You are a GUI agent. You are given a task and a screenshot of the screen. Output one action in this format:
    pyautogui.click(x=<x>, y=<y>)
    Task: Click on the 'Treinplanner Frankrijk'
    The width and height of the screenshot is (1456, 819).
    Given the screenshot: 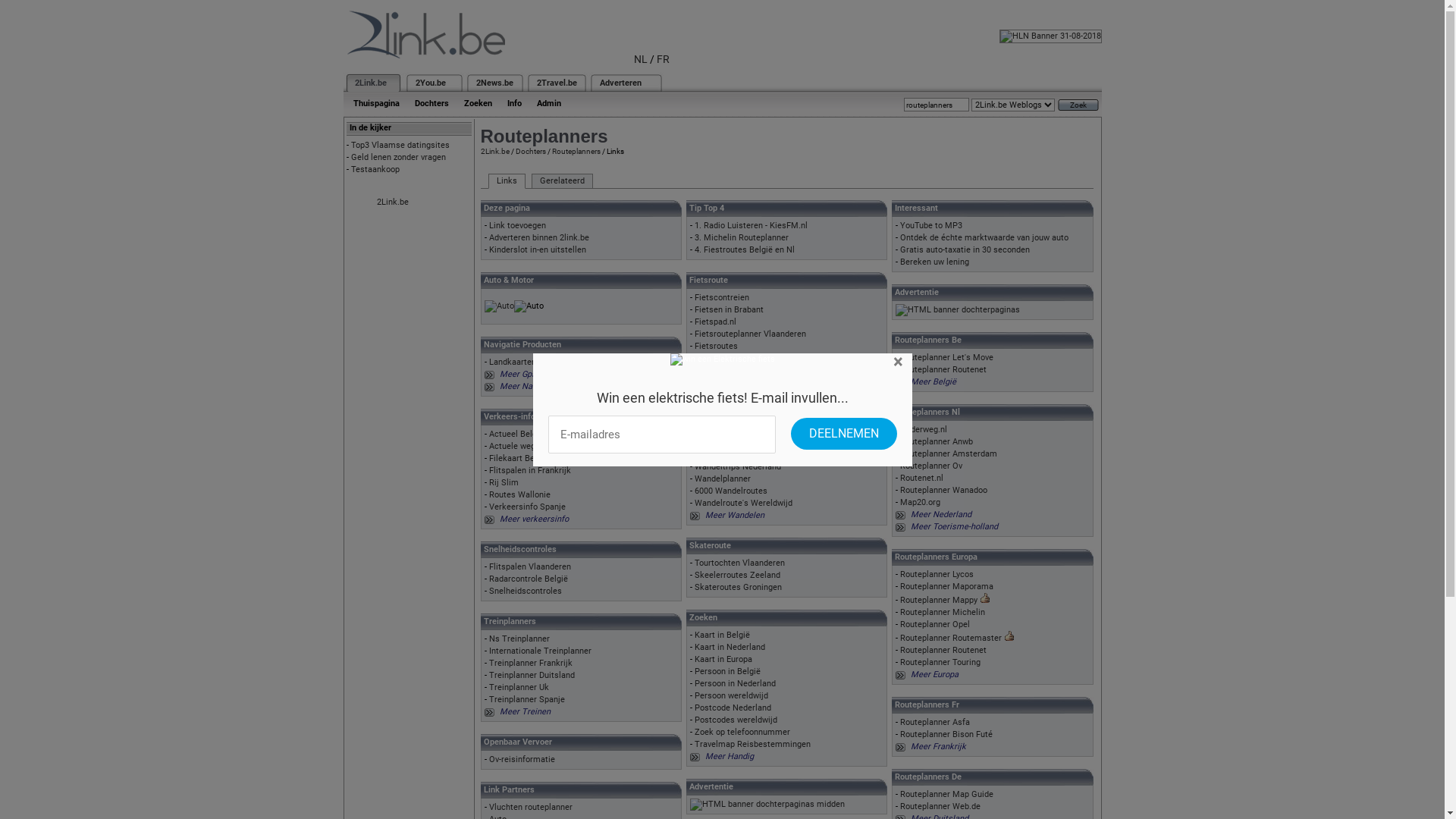 What is the action you would take?
    pyautogui.click(x=488, y=662)
    